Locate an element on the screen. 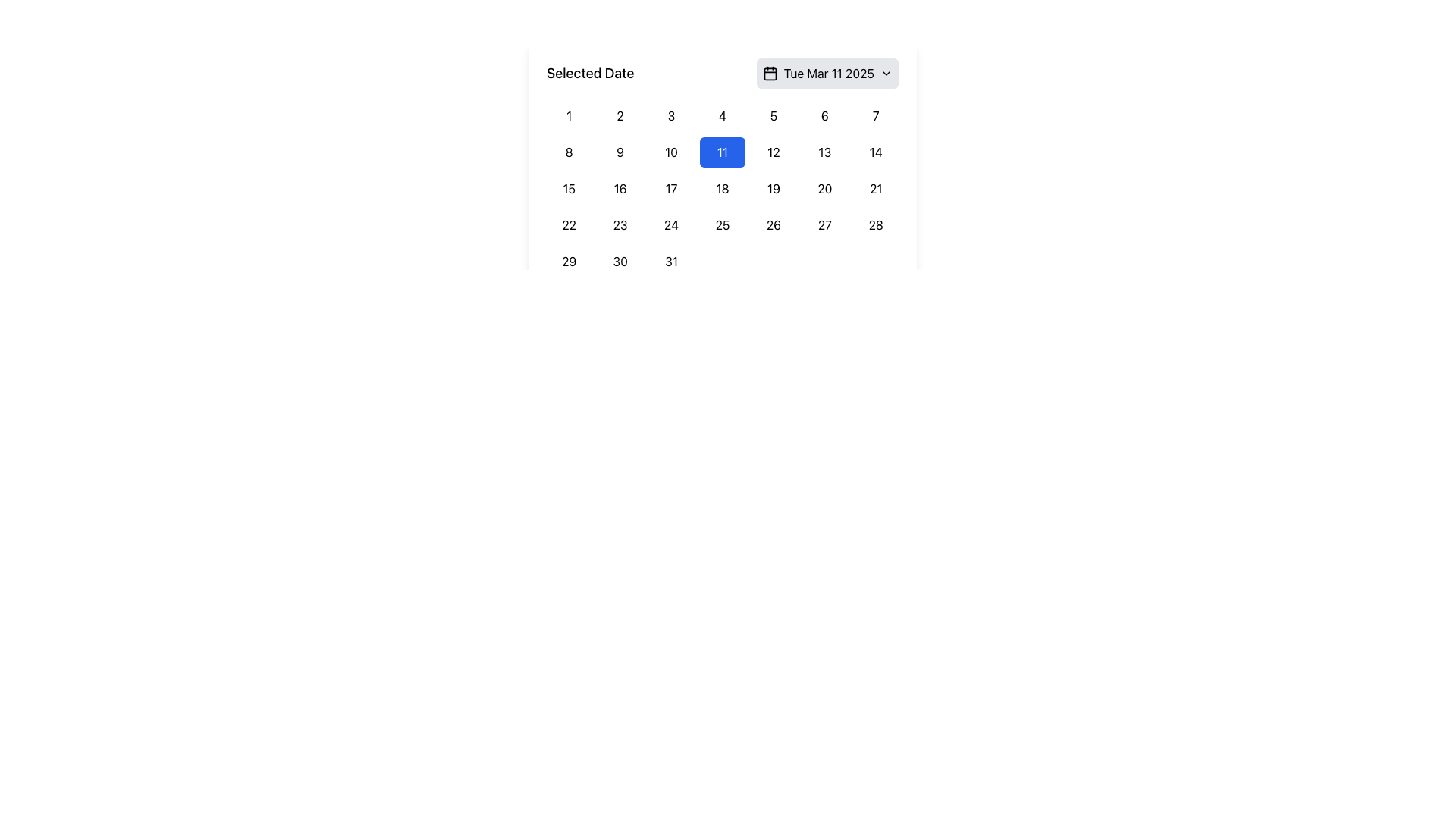 The image size is (1456, 819). the calendar date button representing the date '4' is located at coordinates (721, 115).